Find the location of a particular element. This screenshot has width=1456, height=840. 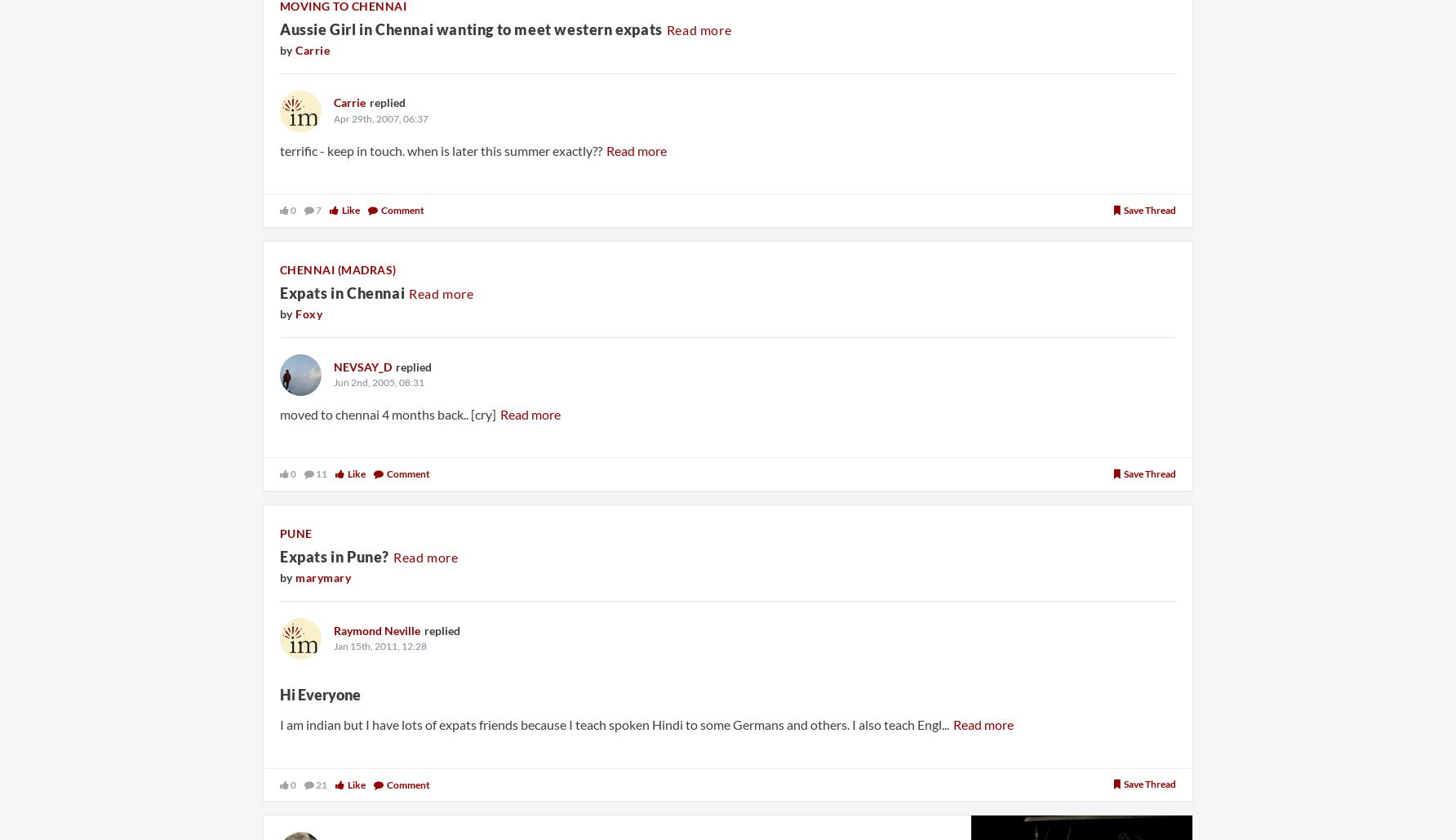

'Apr 29th, 2007, 06:37' is located at coordinates (381, 118).